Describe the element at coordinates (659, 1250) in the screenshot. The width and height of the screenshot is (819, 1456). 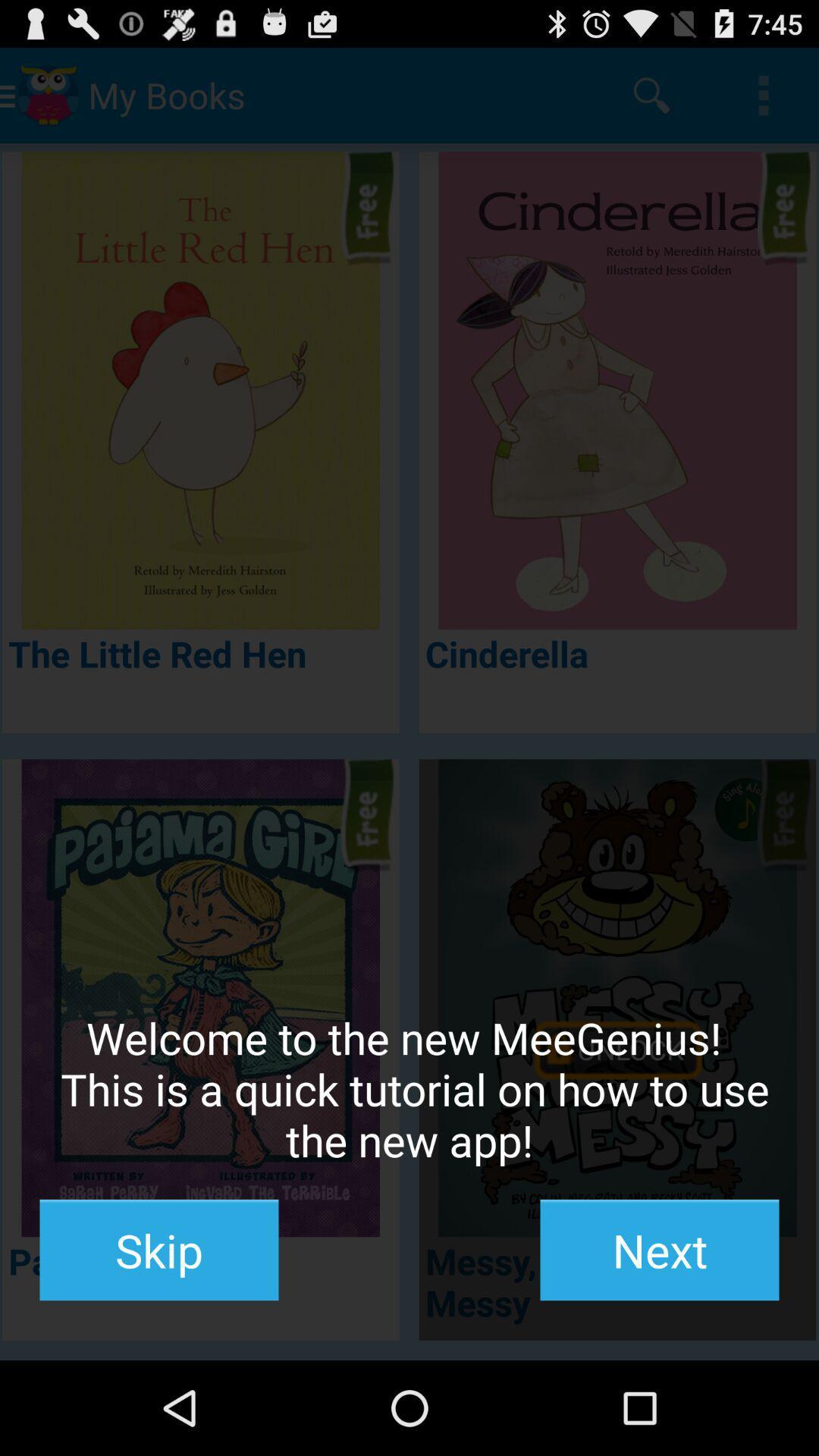
I see `app below the welcome to the app` at that location.